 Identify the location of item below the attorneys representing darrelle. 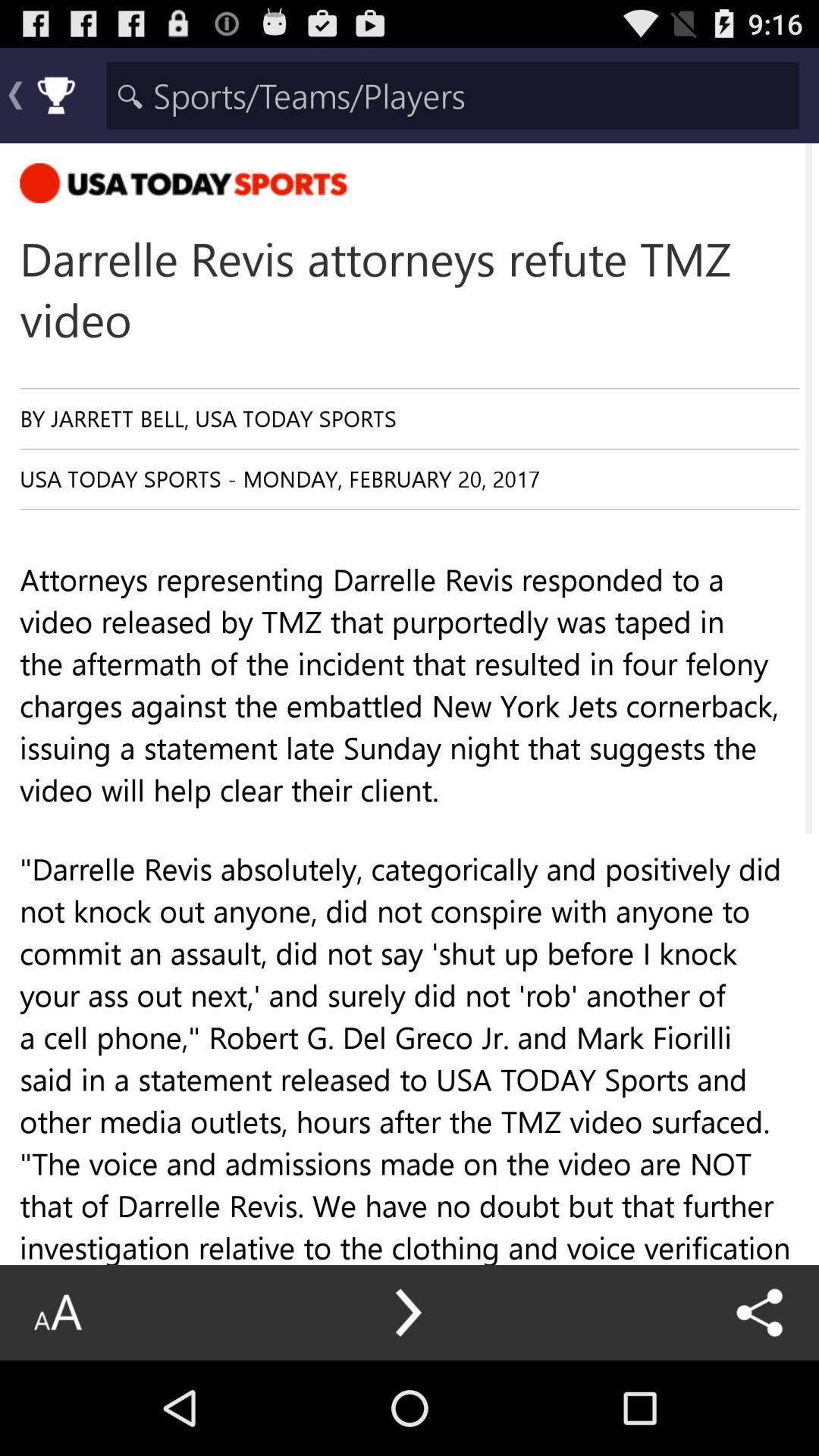
(408, 1312).